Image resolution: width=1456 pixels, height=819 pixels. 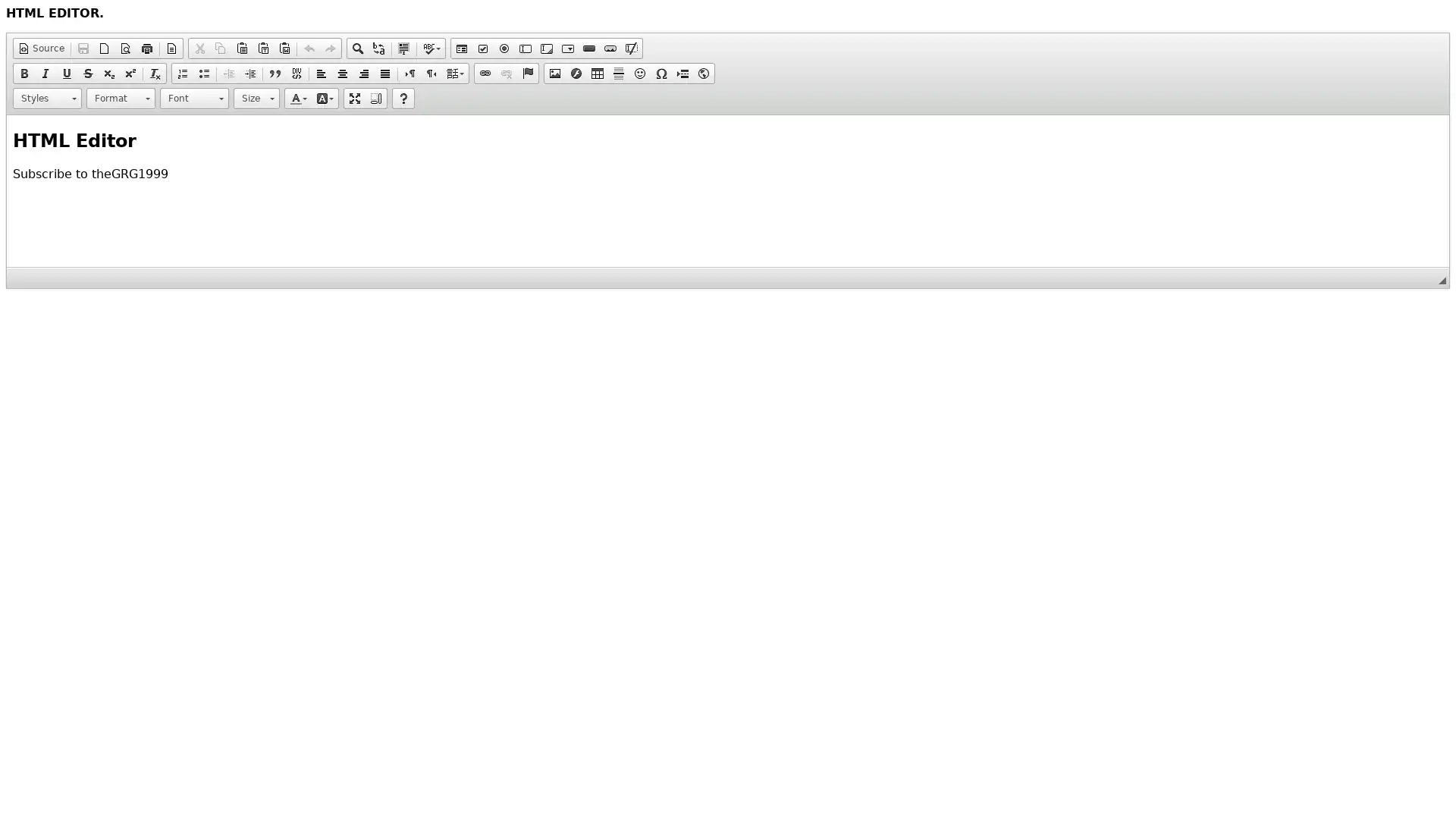 I want to click on Redo, so click(x=330, y=48).